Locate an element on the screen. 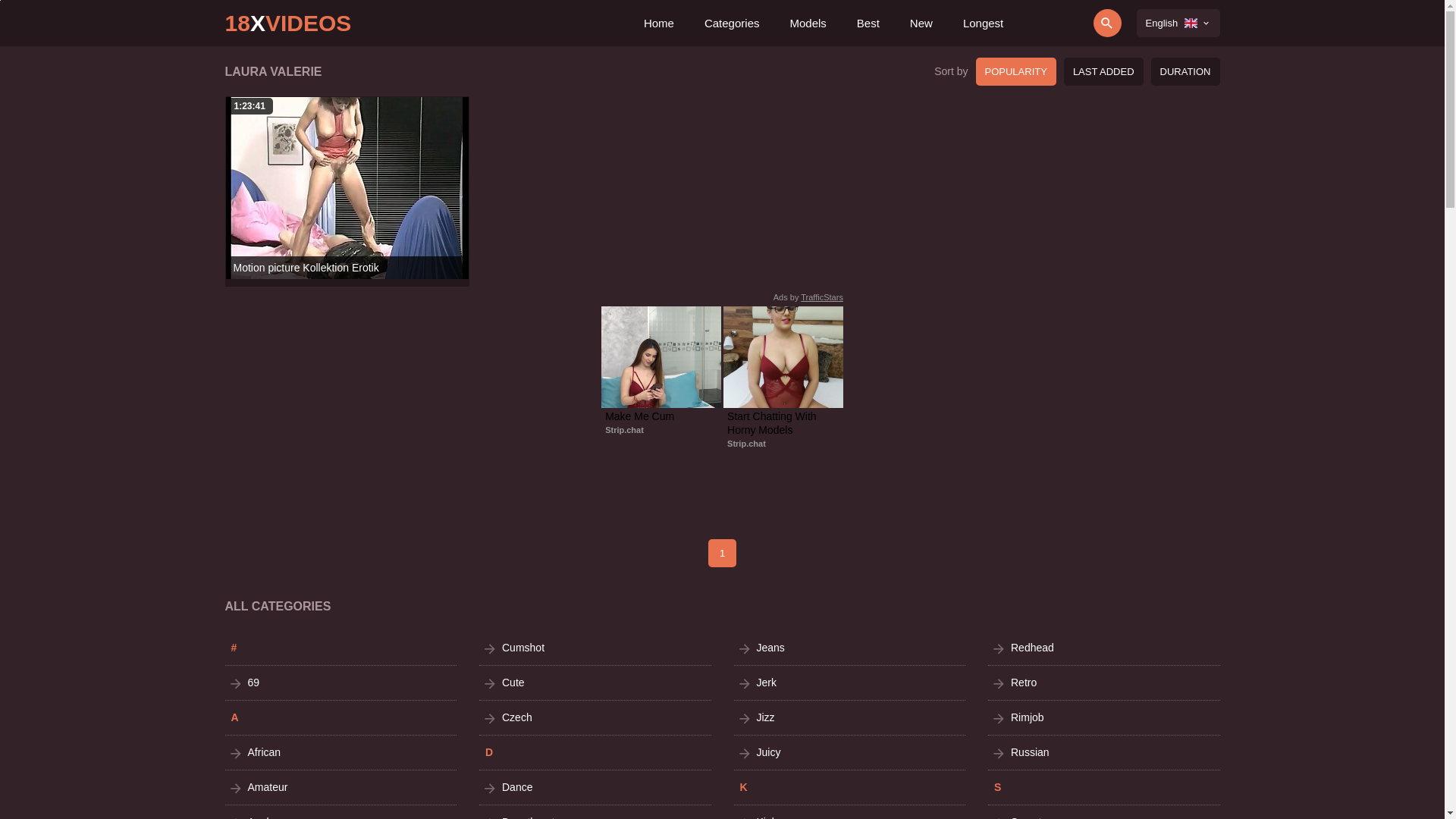 The image size is (1456, 819). 'Dance' is located at coordinates (595, 786).